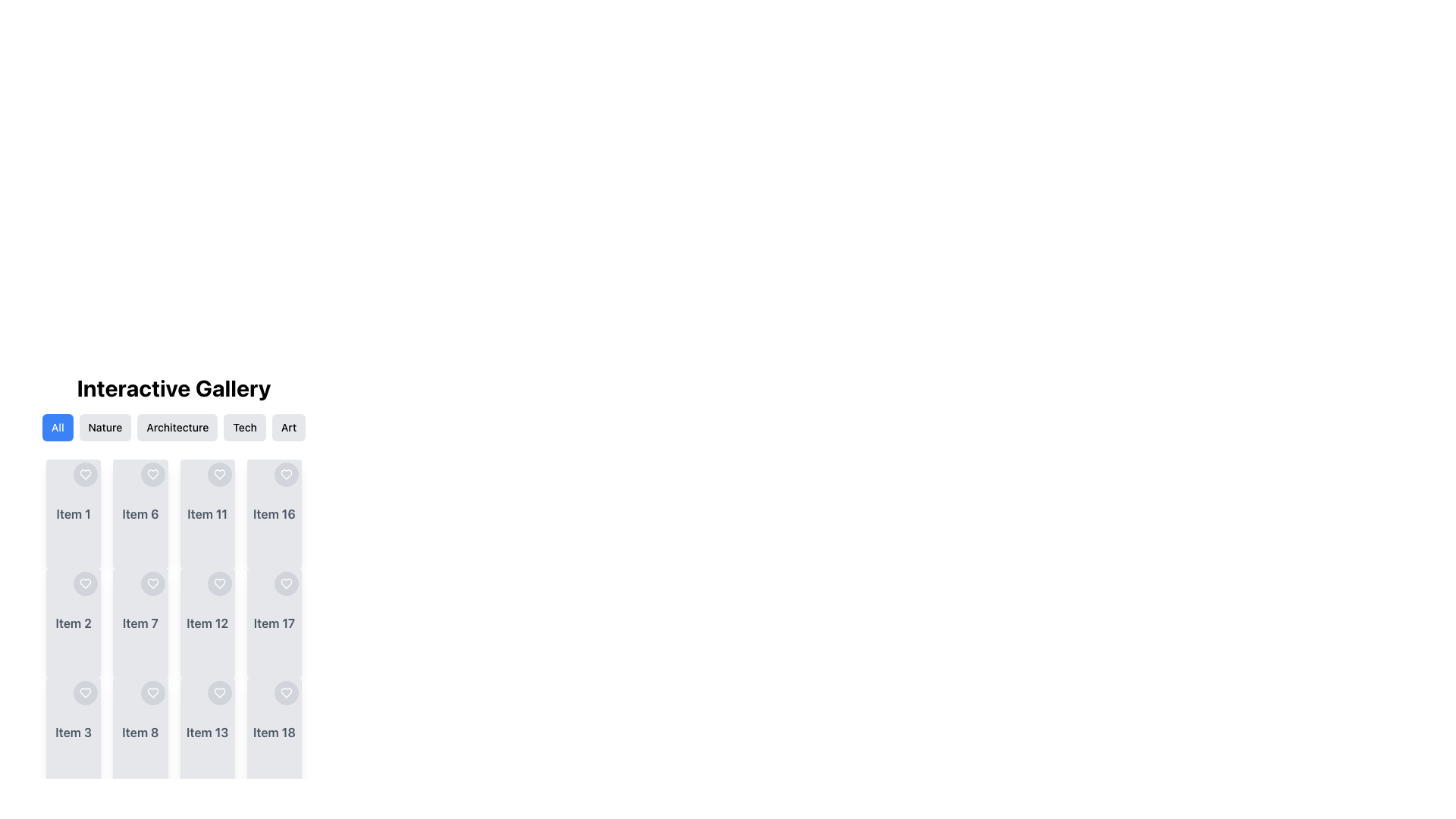  I want to click on the heart icon button located in the top-right corner of the 'Item 16' card in the fourth column of the gallery, so click(287, 473).